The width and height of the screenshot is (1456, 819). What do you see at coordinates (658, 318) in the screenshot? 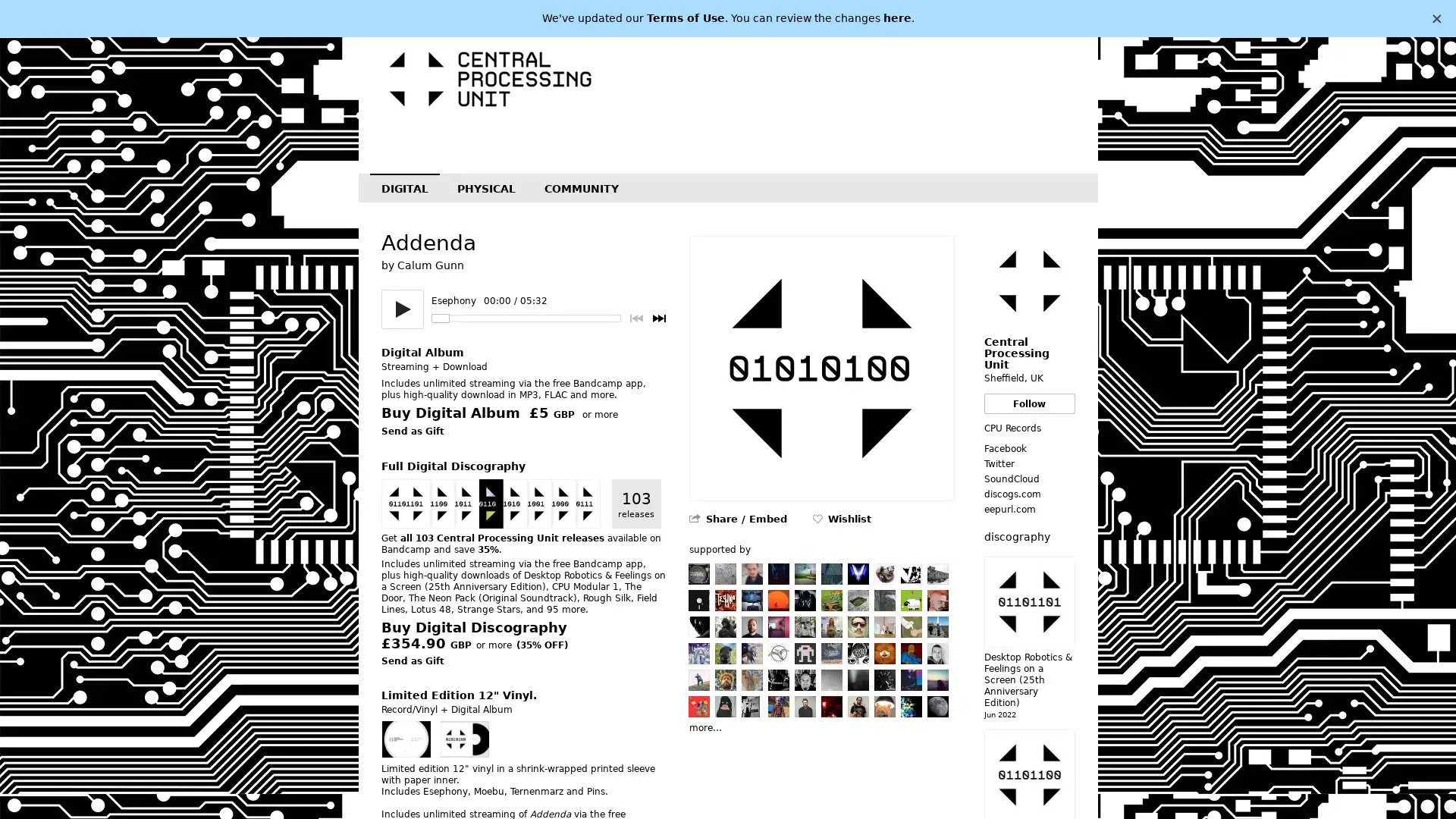
I see `Next track` at bounding box center [658, 318].